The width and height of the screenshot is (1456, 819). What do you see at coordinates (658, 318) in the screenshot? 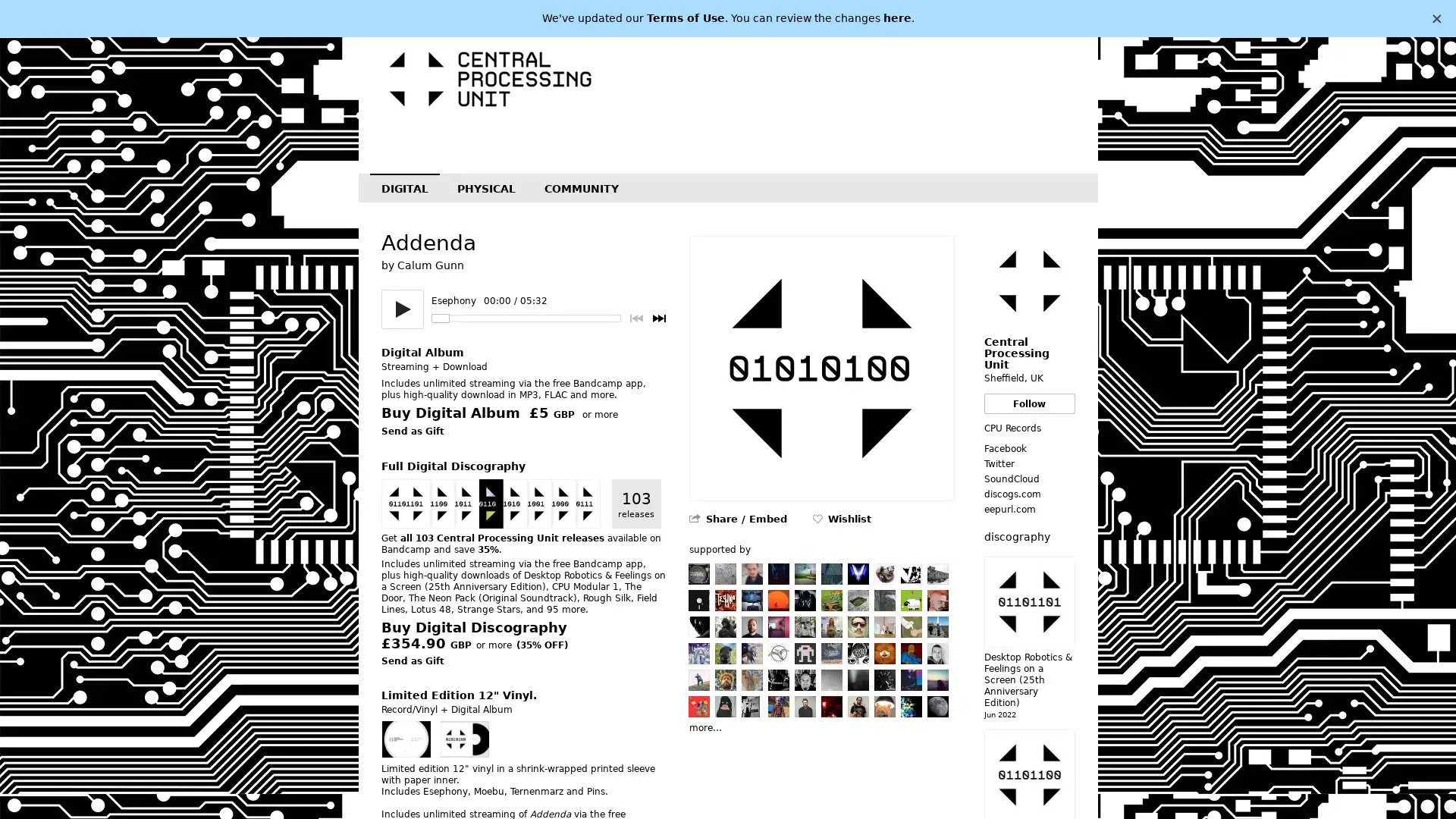
I see `Next track` at bounding box center [658, 318].